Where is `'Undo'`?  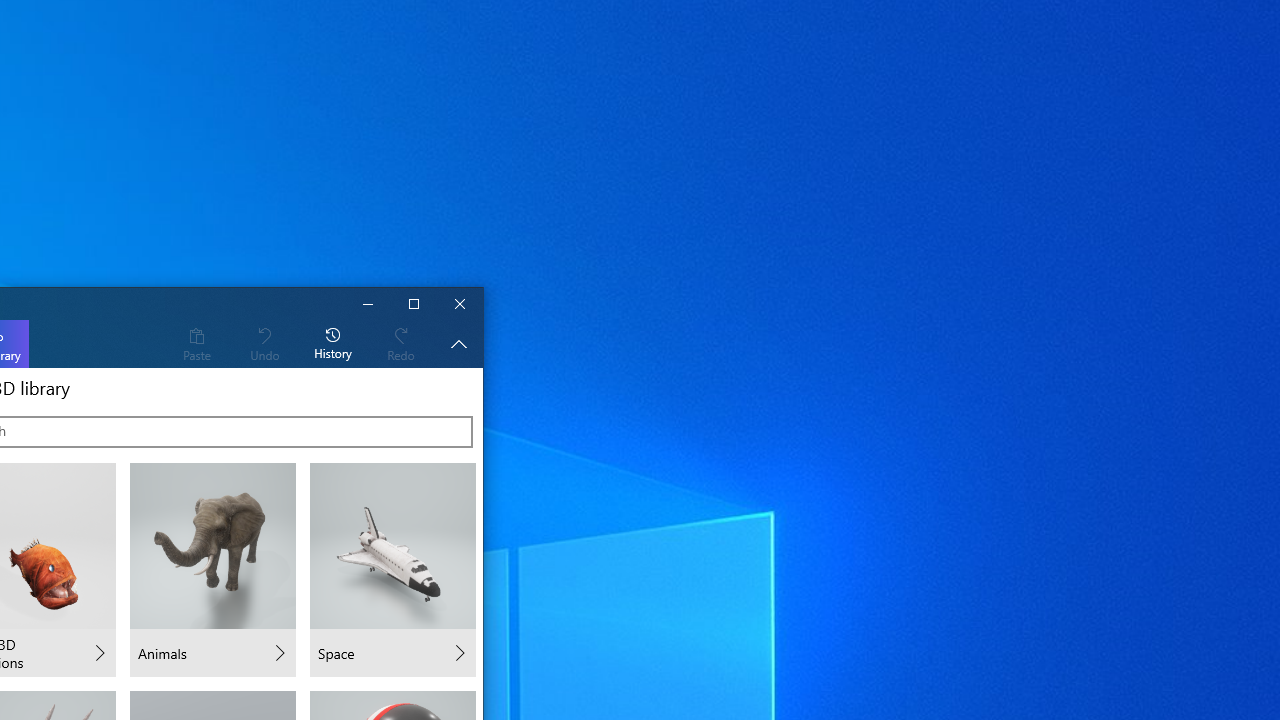
'Undo' is located at coordinates (263, 342).